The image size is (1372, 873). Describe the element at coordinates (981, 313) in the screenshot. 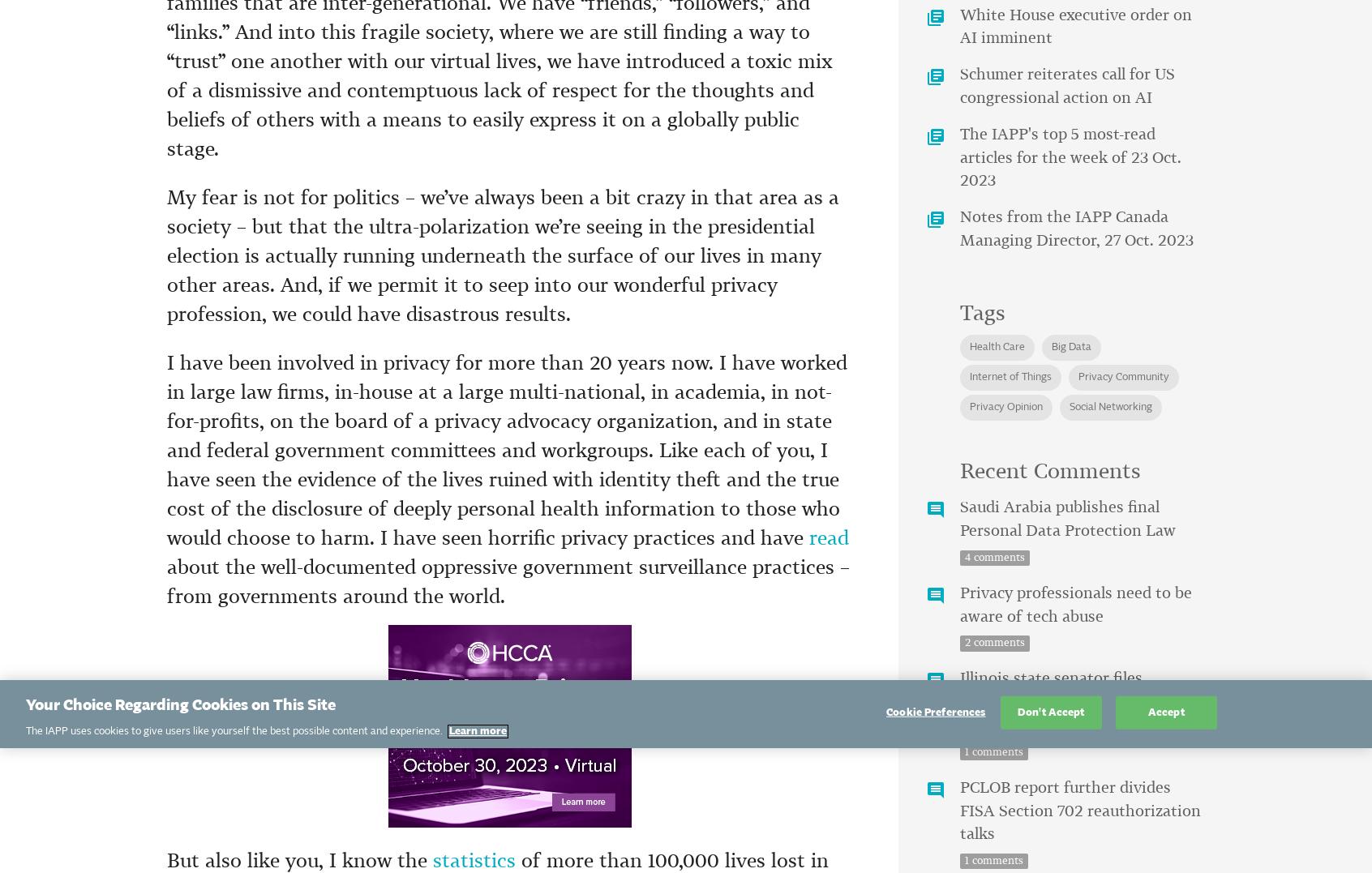

I see `'Tags'` at that location.